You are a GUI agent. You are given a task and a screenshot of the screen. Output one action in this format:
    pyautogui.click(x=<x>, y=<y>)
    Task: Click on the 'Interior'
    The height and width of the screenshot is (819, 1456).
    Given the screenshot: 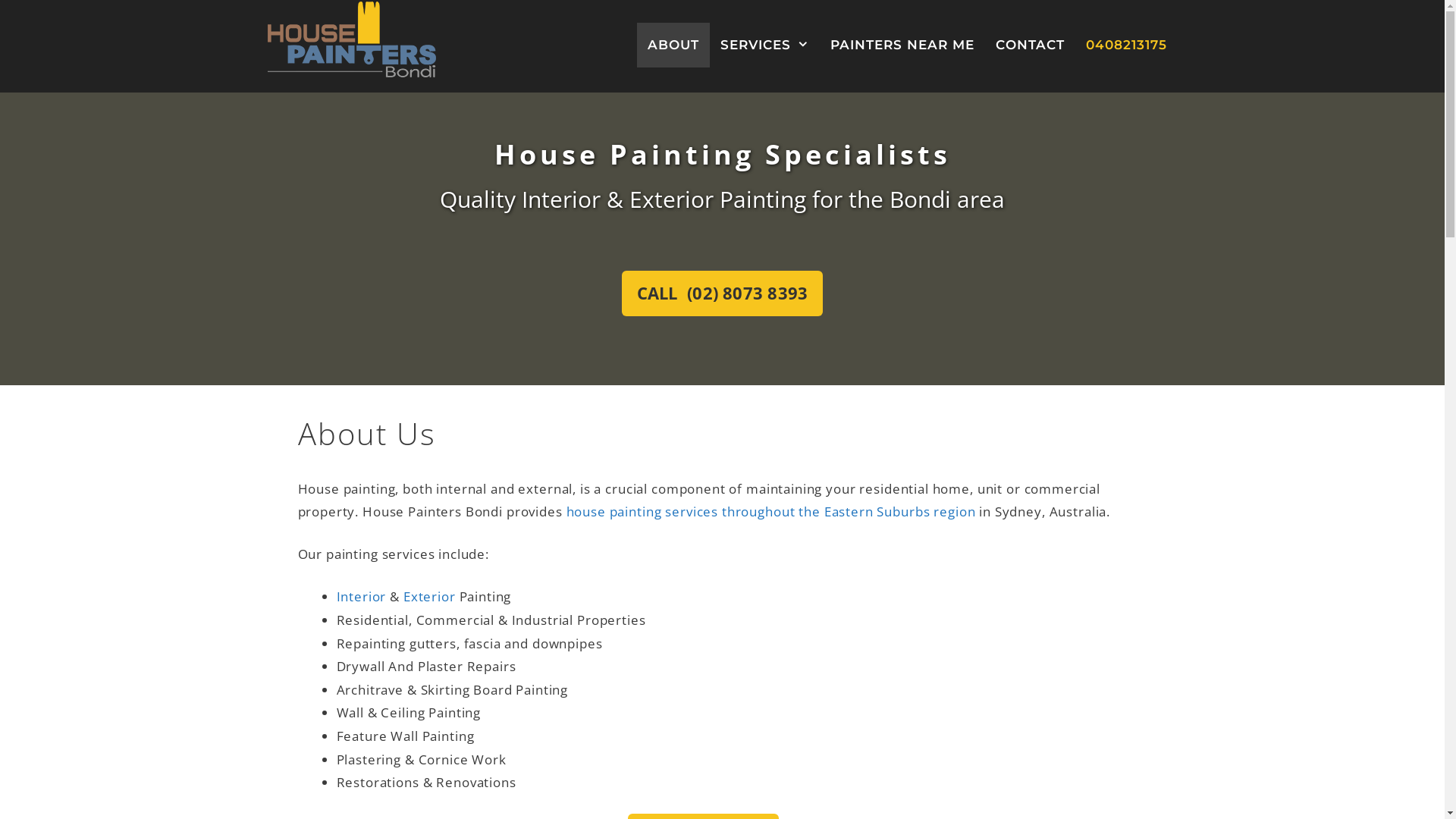 What is the action you would take?
    pyautogui.click(x=360, y=595)
    